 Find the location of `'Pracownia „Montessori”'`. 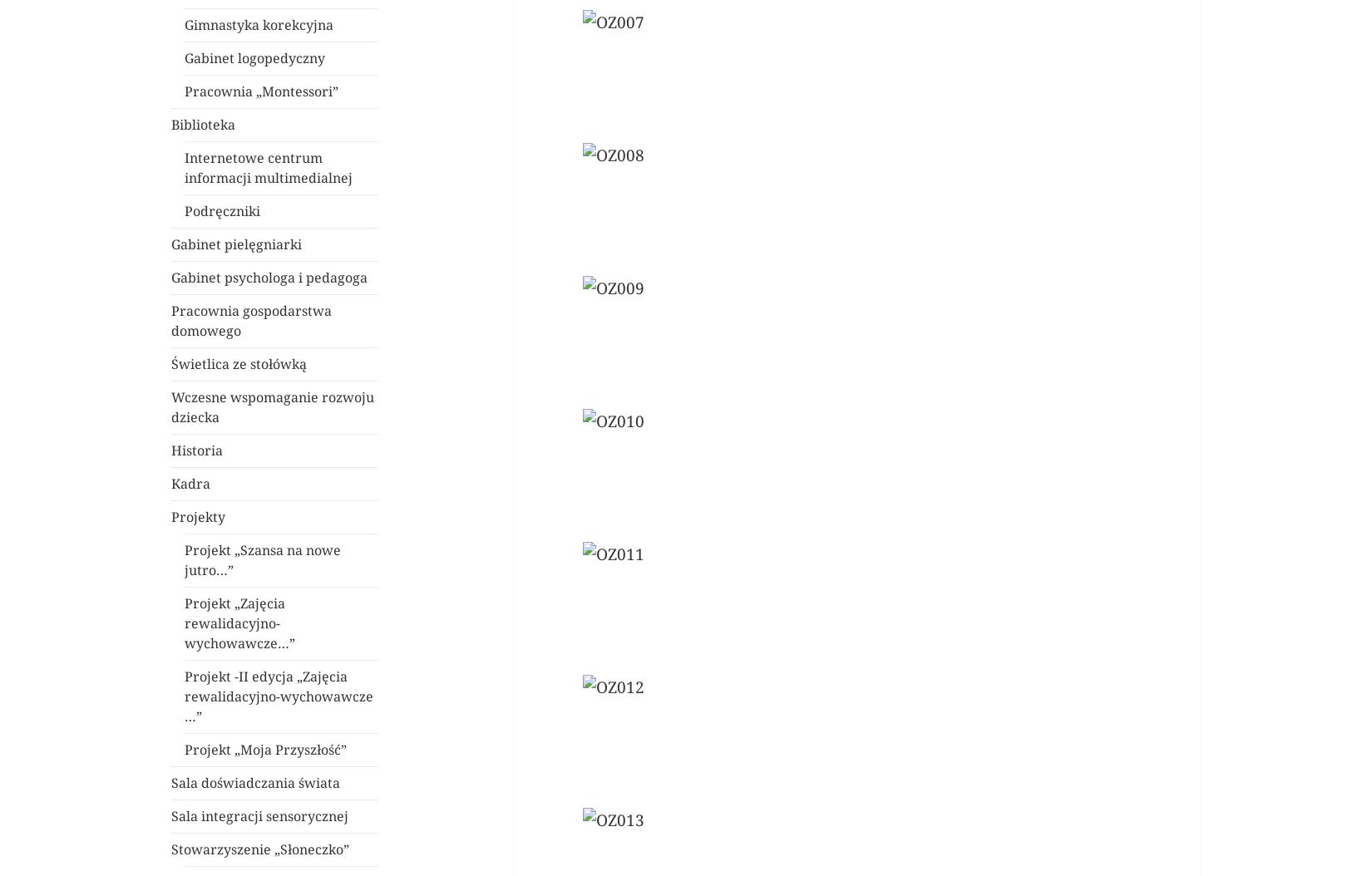

'Pracownia „Montessori”' is located at coordinates (261, 91).